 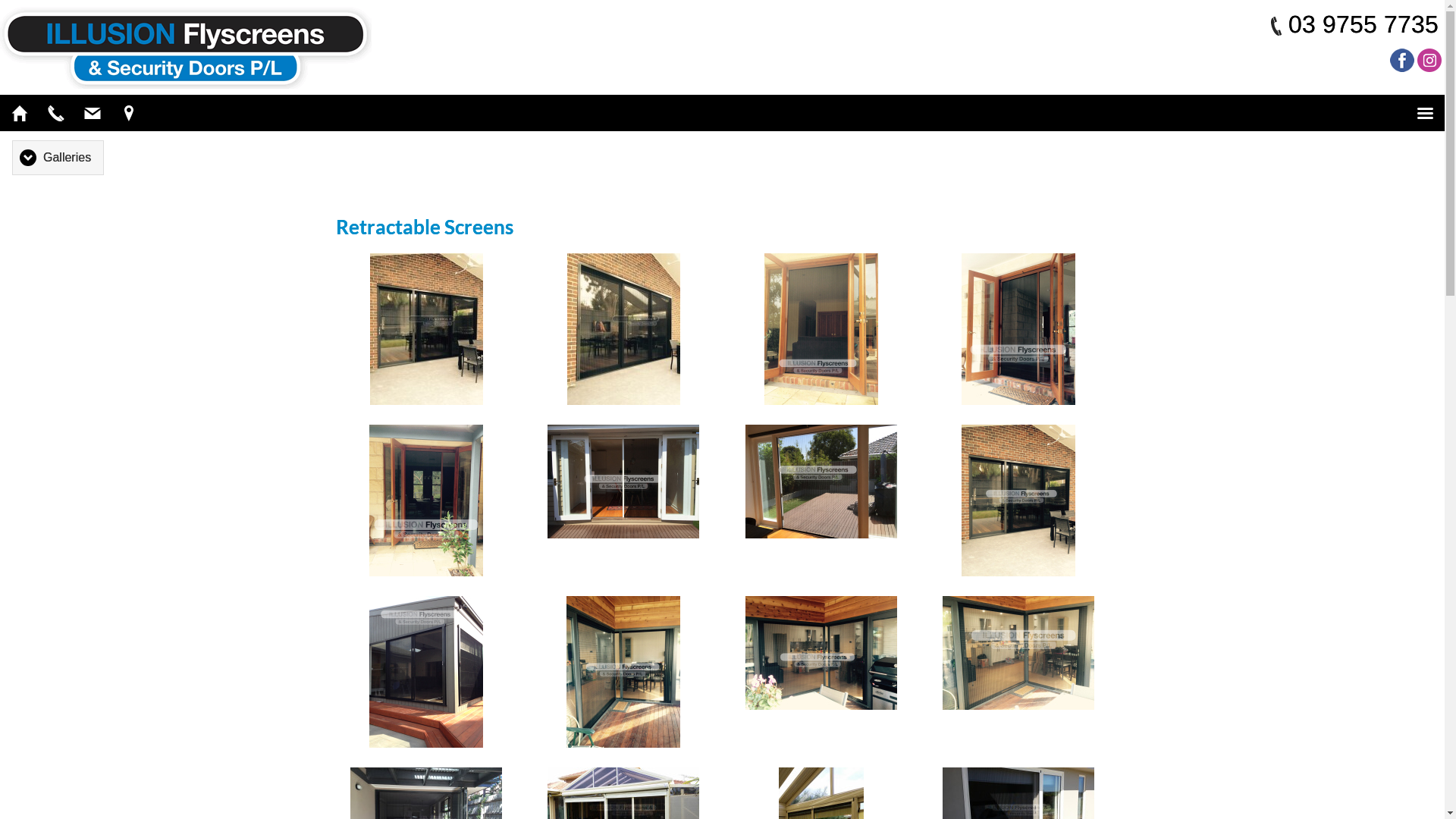 I want to click on 'HOME', so click(x=19, y=112).